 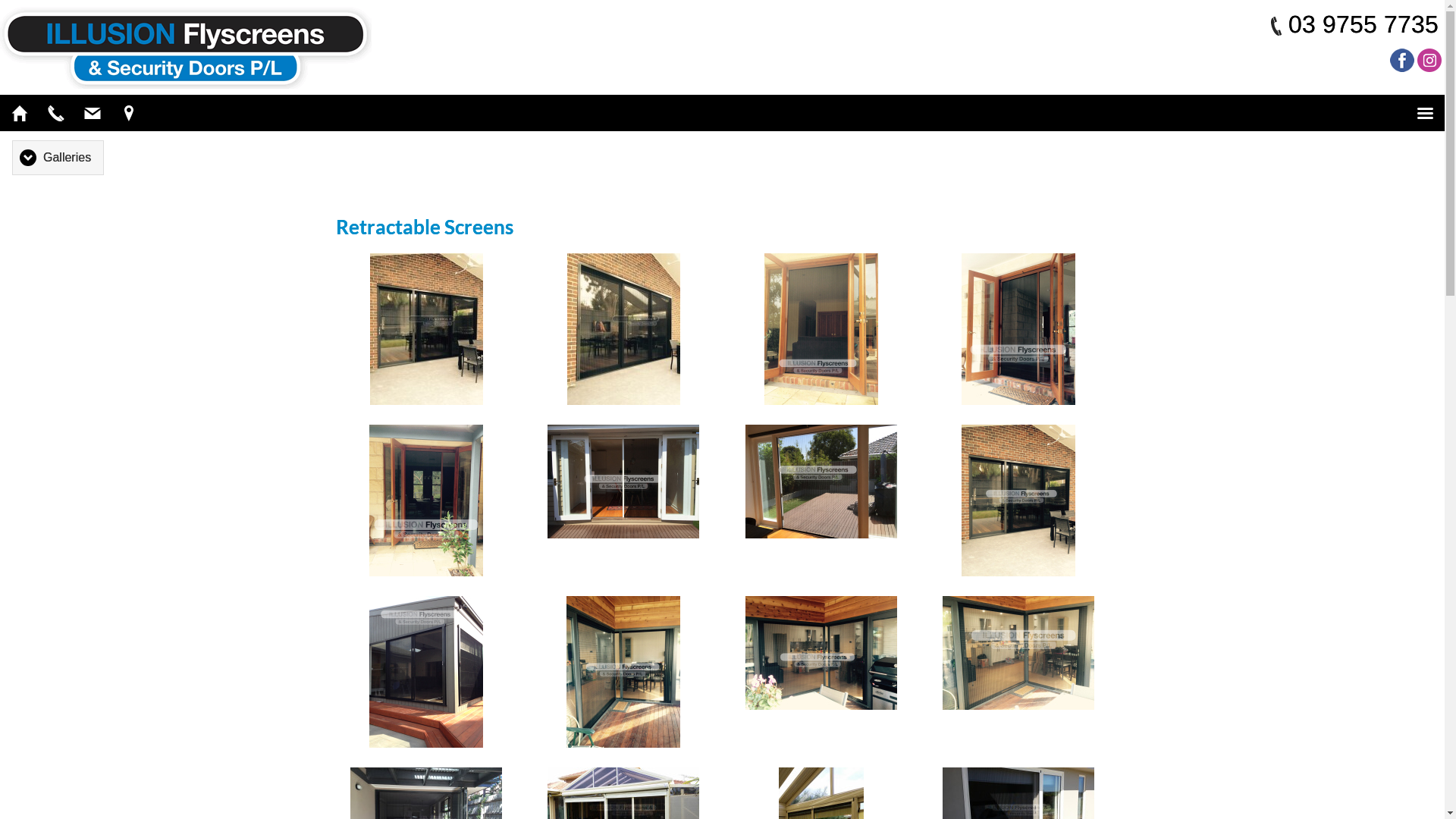 I want to click on 'HOME', so click(x=19, y=112).